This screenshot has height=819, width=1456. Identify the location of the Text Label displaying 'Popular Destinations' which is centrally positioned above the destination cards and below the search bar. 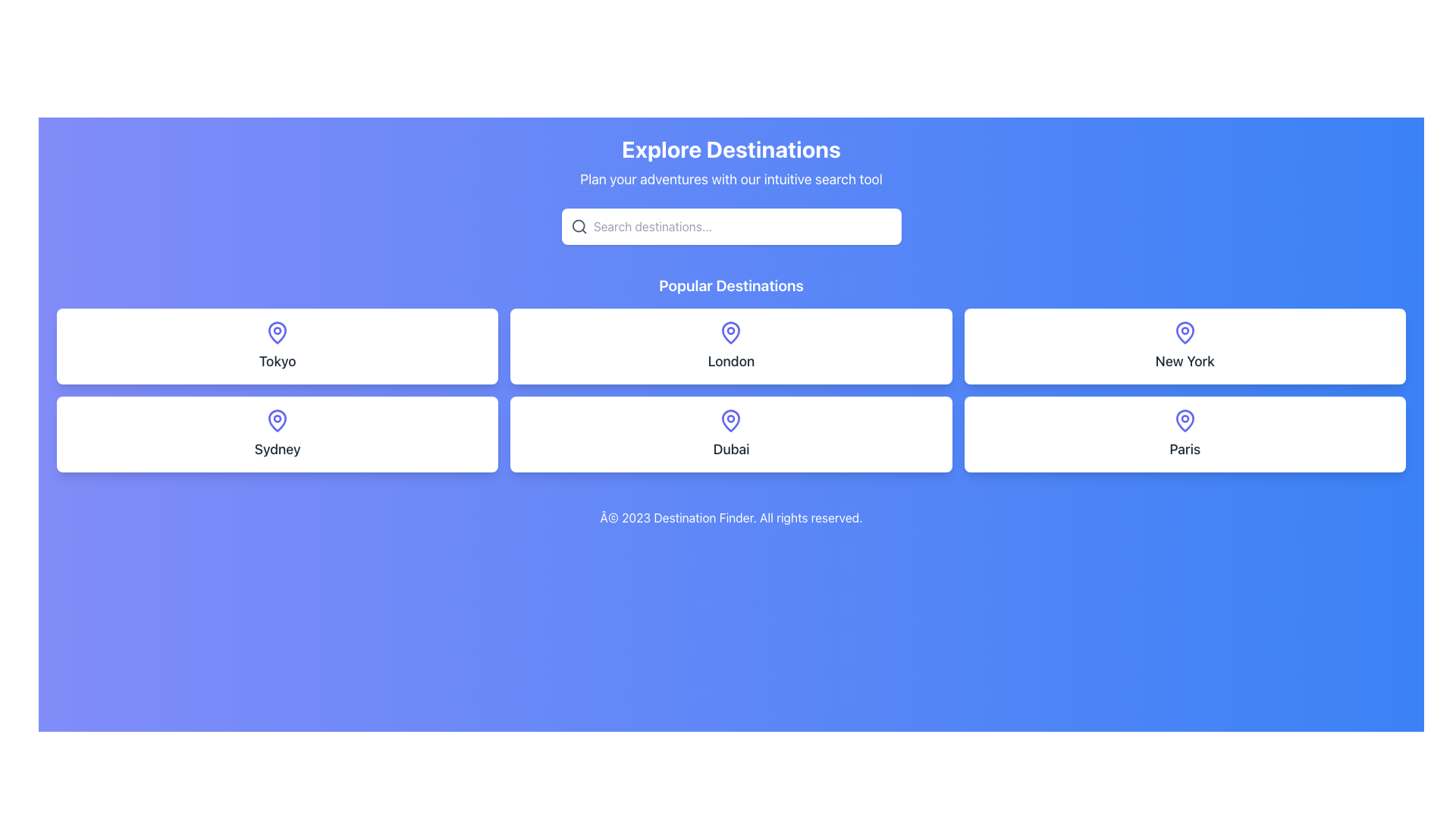
(731, 286).